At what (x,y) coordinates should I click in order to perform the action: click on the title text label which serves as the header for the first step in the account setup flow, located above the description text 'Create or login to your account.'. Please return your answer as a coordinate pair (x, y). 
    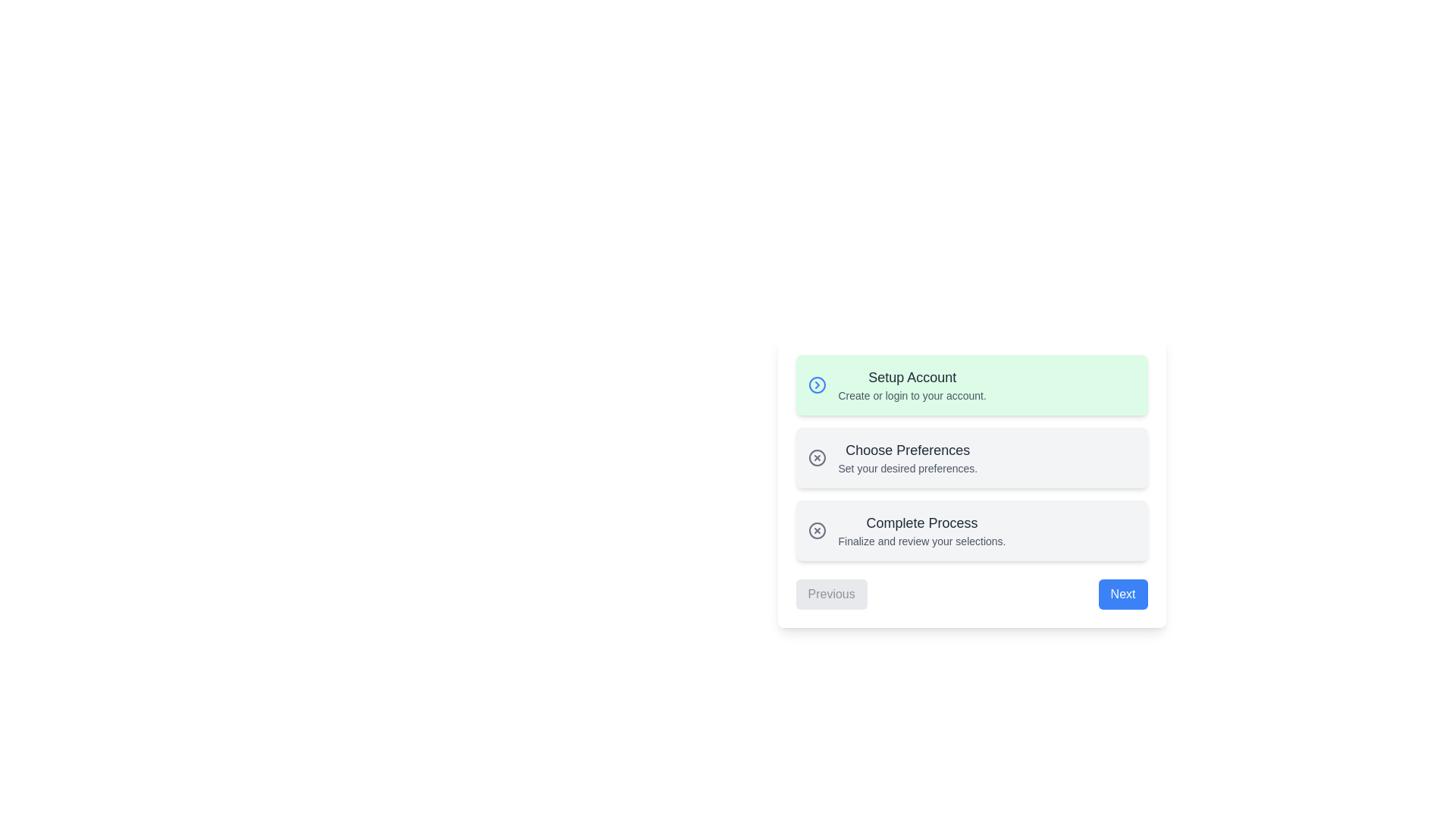
    Looking at the image, I should click on (912, 376).